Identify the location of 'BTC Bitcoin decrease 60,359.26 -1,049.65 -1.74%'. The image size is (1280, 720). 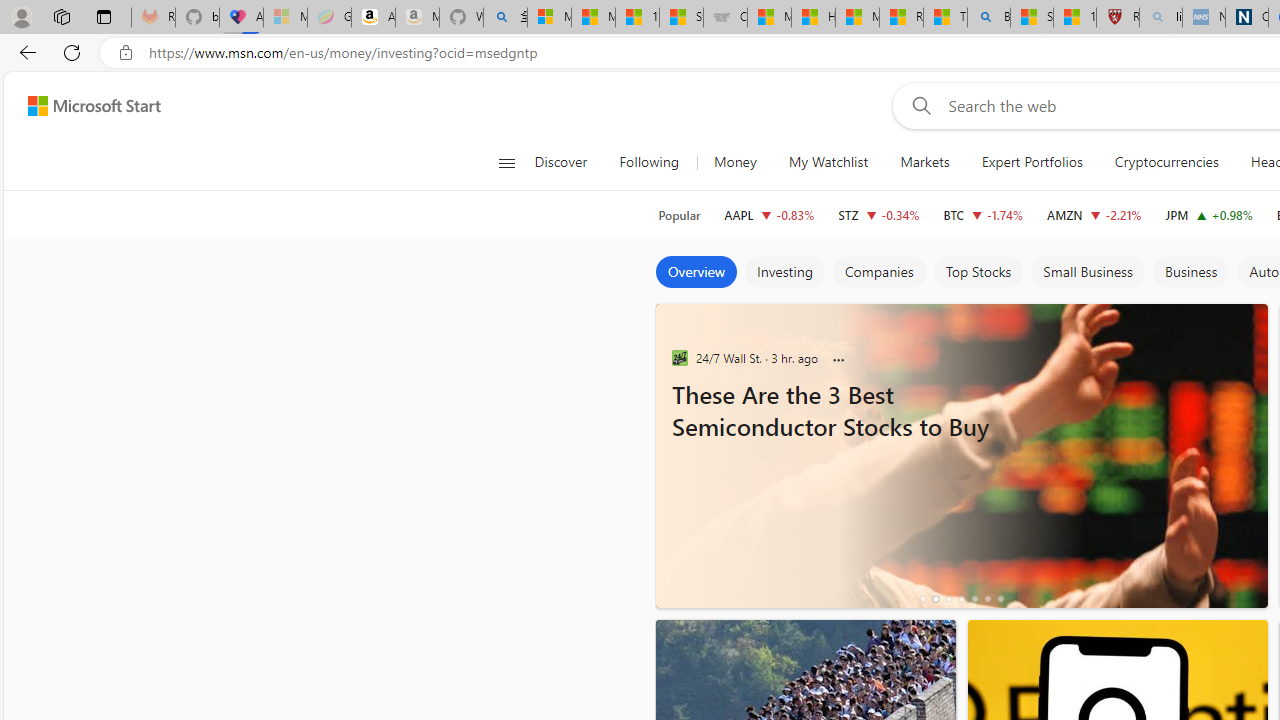
(983, 214).